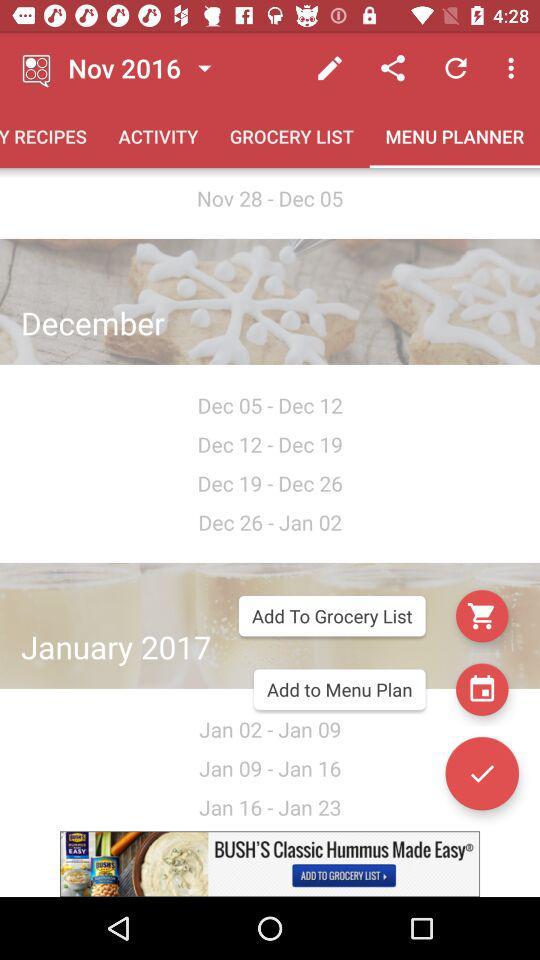  Describe the element at coordinates (481, 772) in the screenshot. I see `the check icon` at that location.